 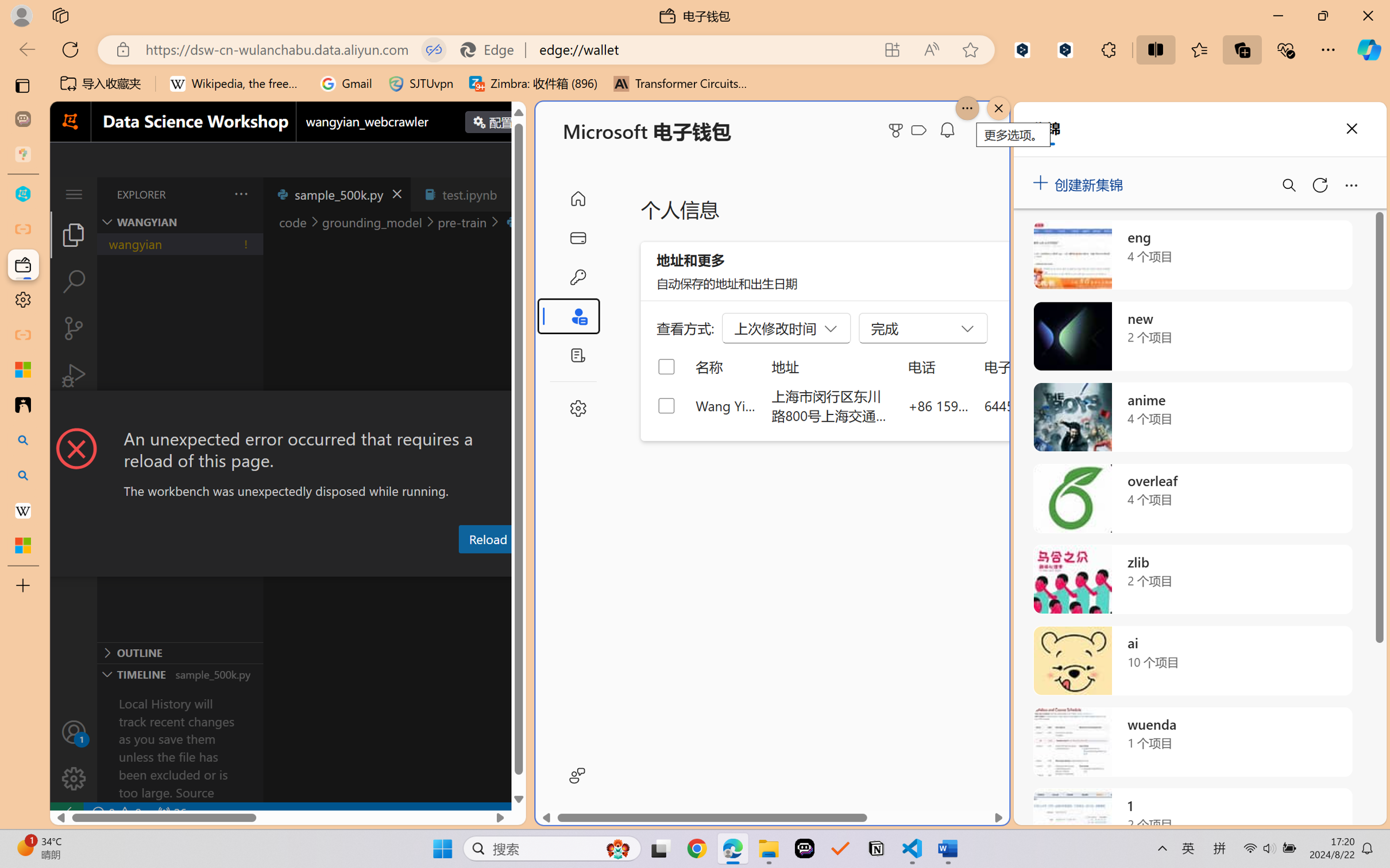 What do you see at coordinates (1369, 49) in the screenshot?
I see `'Copilot (Ctrl+Shift+.)'` at bounding box center [1369, 49].